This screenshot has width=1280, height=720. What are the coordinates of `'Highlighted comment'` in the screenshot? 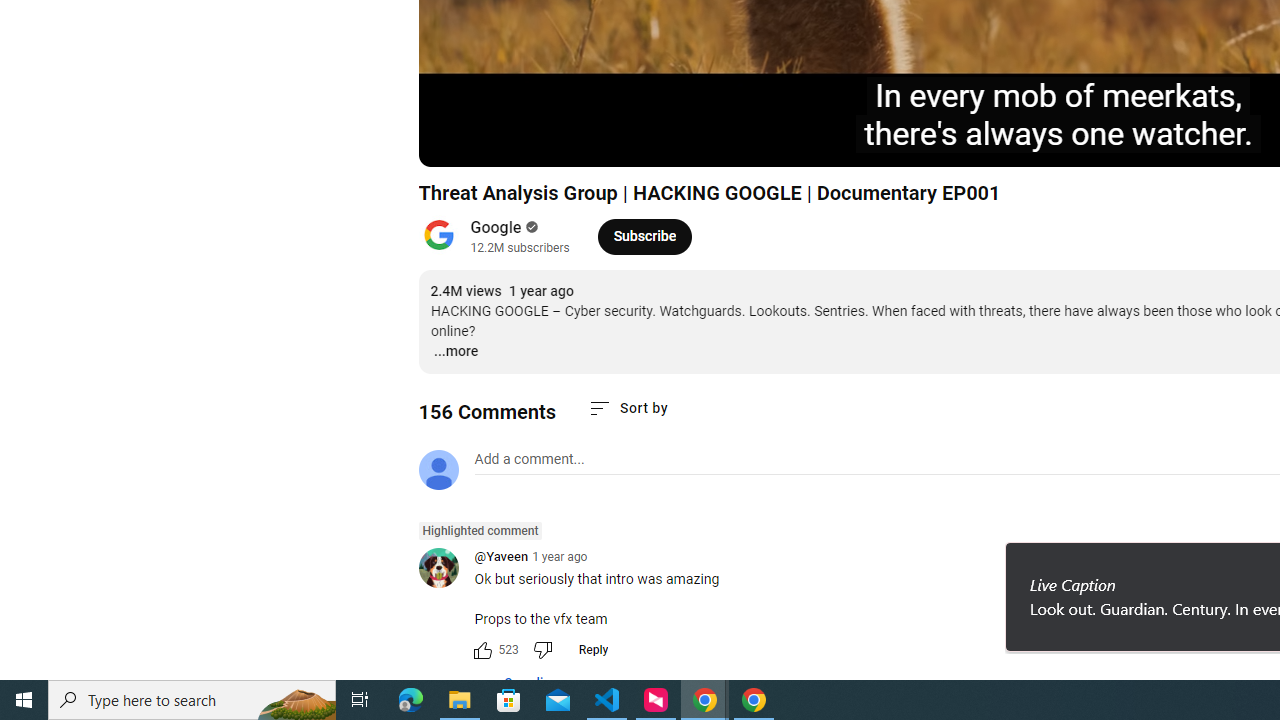 It's located at (480, 530).